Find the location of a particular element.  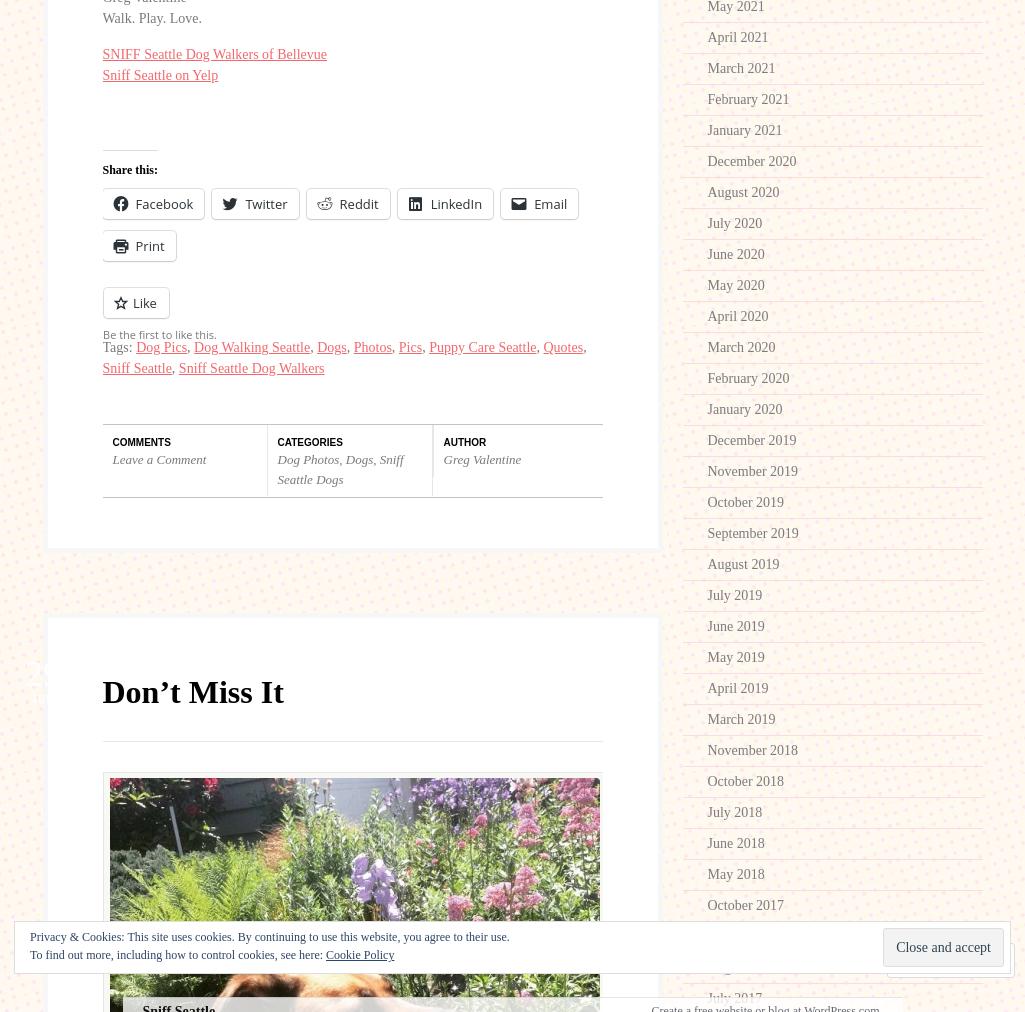

'Twitter' is located at coordinates (264, 204).